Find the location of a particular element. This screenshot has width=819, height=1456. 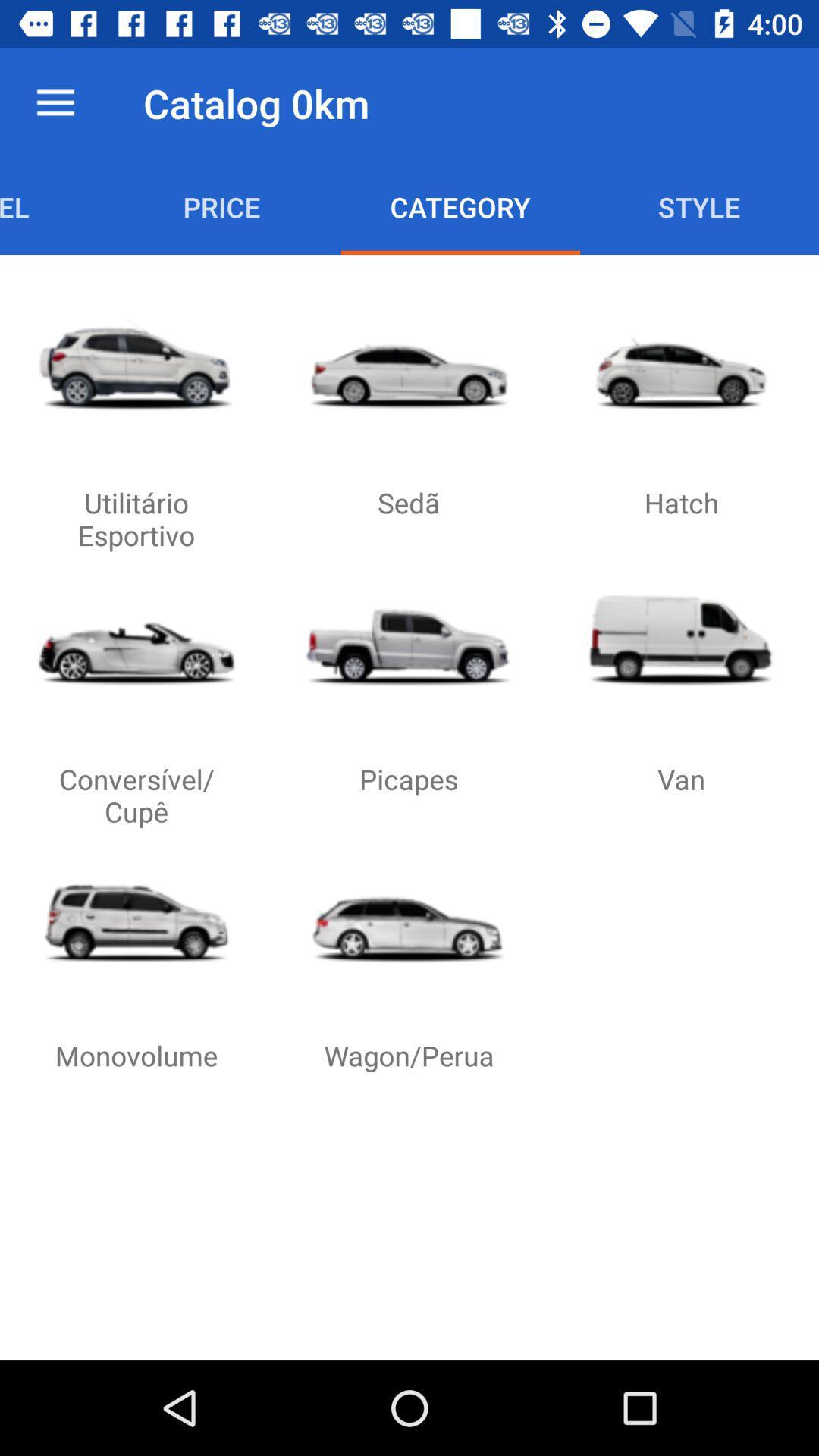

the image which is just below the style is located at coordinates (680, 364).